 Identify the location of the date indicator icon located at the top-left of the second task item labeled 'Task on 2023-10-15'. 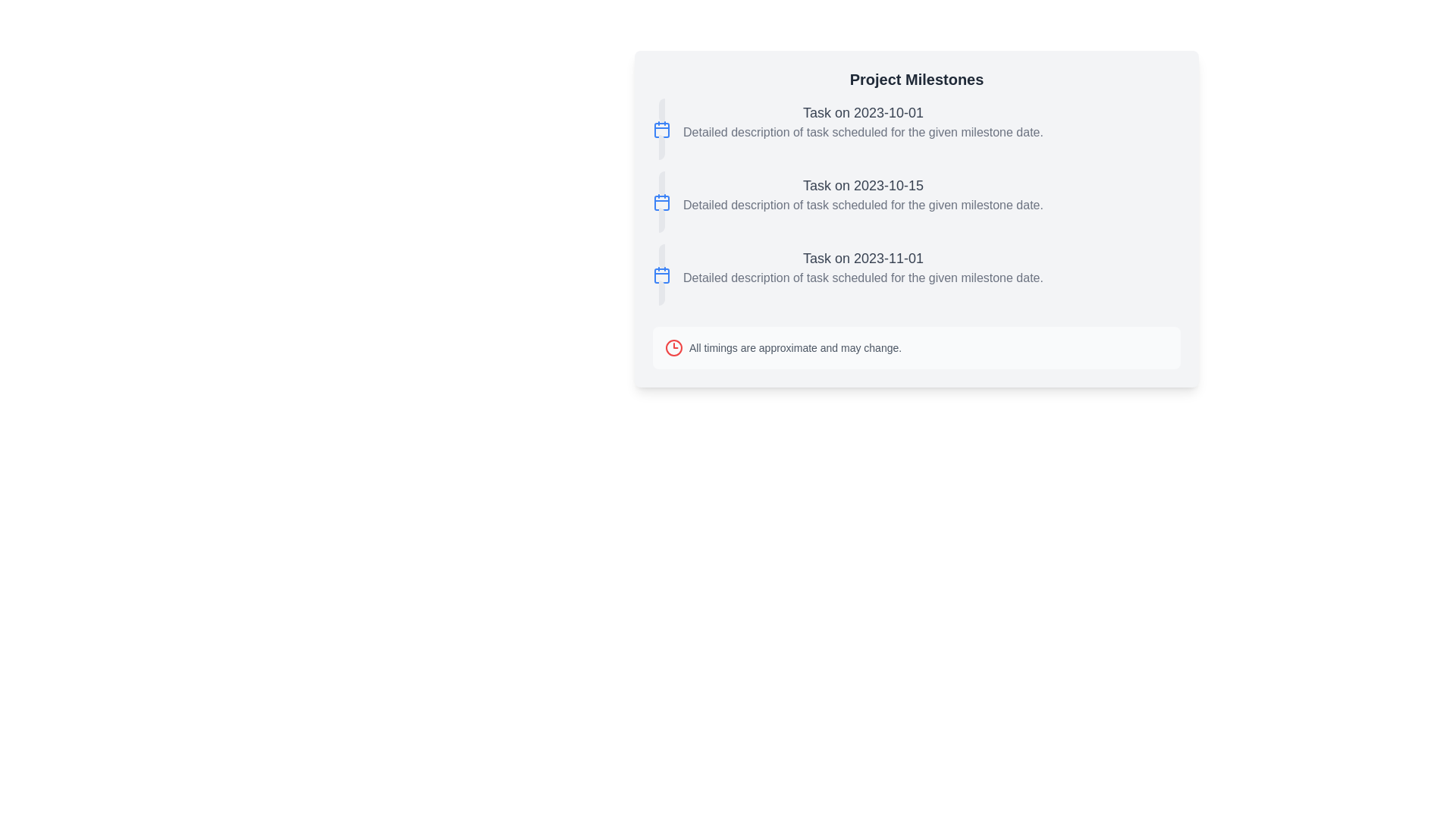
(662, 201).